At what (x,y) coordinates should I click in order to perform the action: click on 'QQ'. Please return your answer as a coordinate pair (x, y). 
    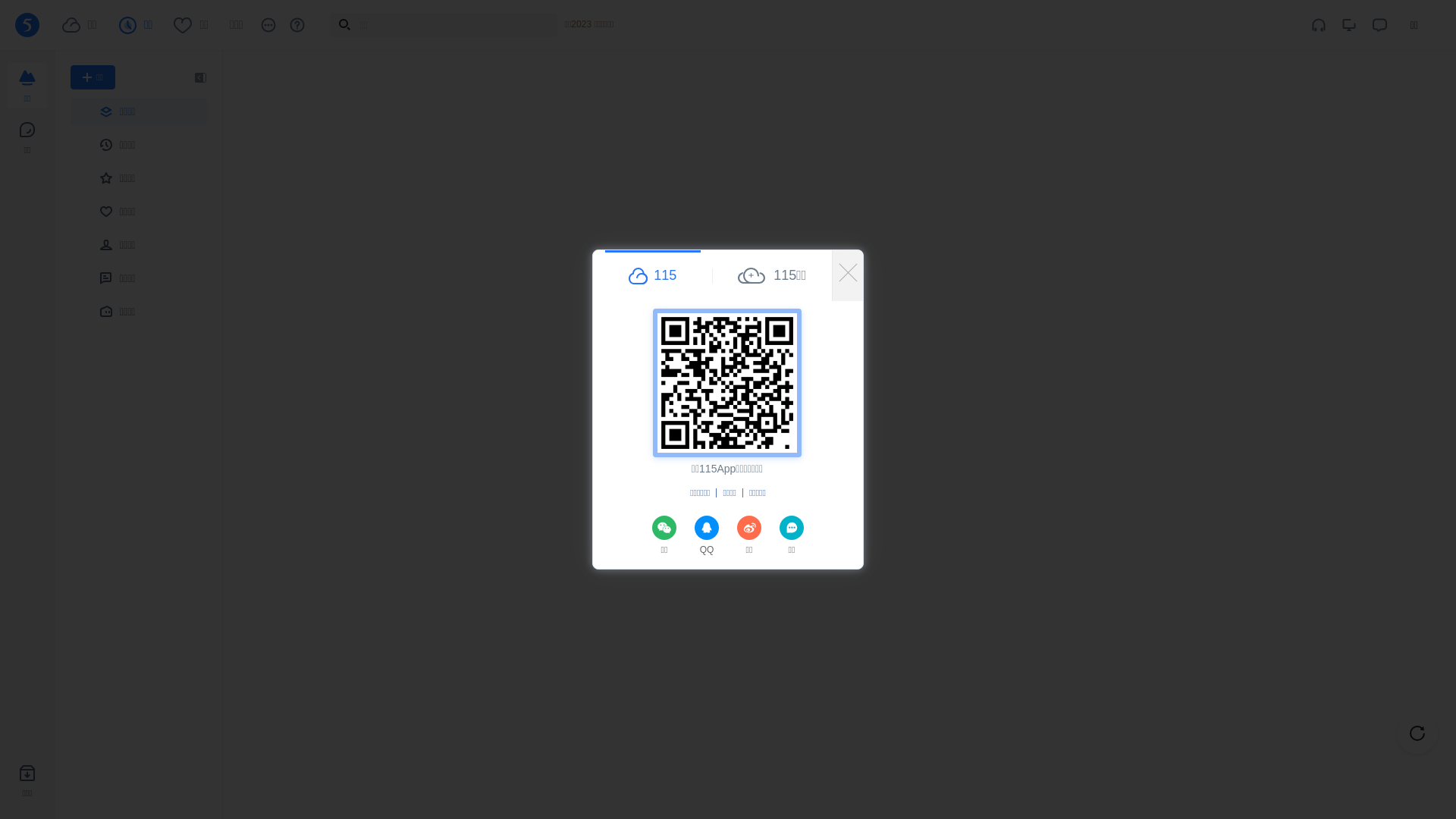
    Looking at the image, I should click on (705, 535).